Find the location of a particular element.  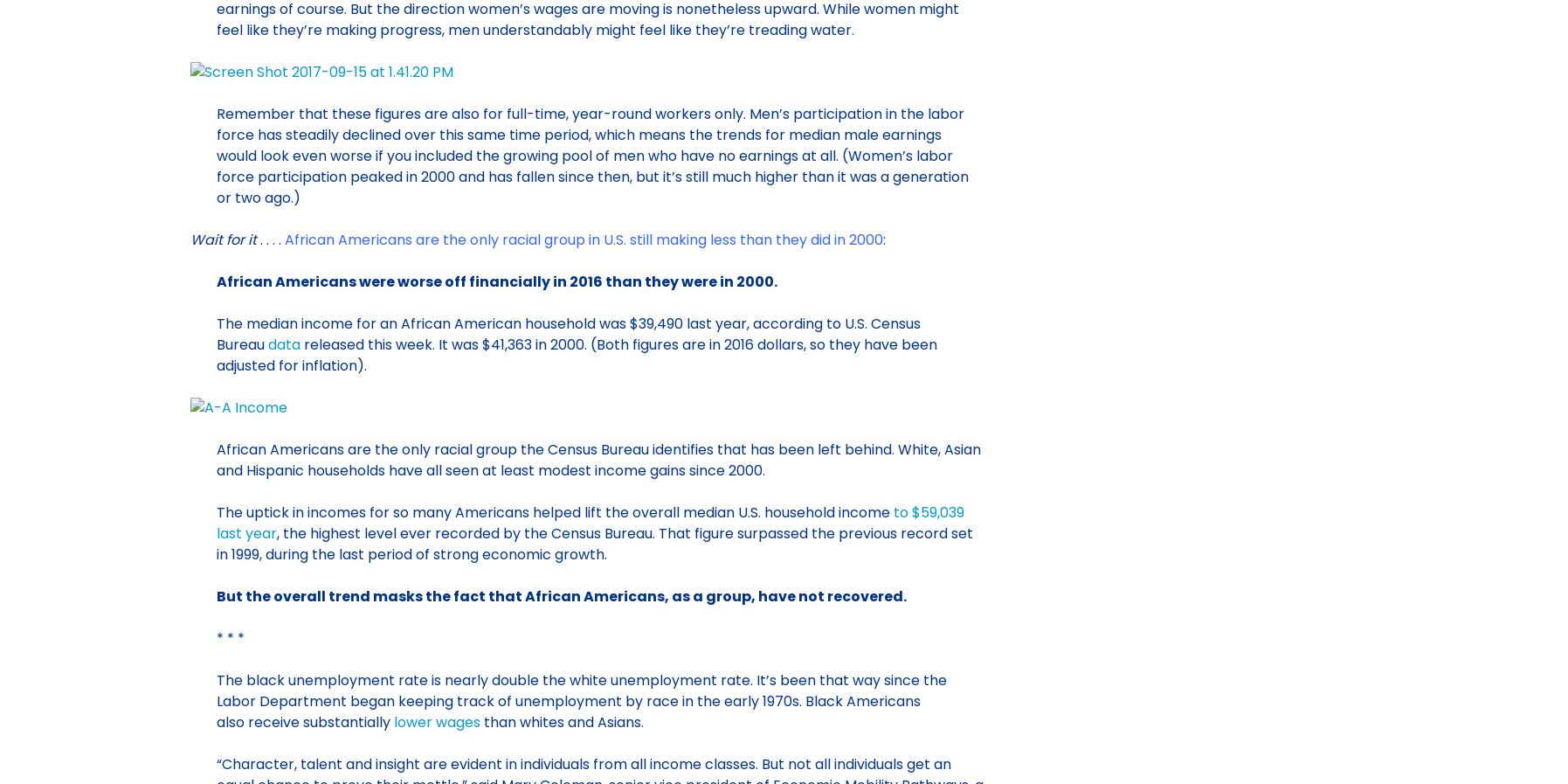

', the highest level ever recorded by the Census Bureau. That figure surpassed the previous record set in 1999, during the last period of strong economic growth.' is located at coordinates (592, 543).